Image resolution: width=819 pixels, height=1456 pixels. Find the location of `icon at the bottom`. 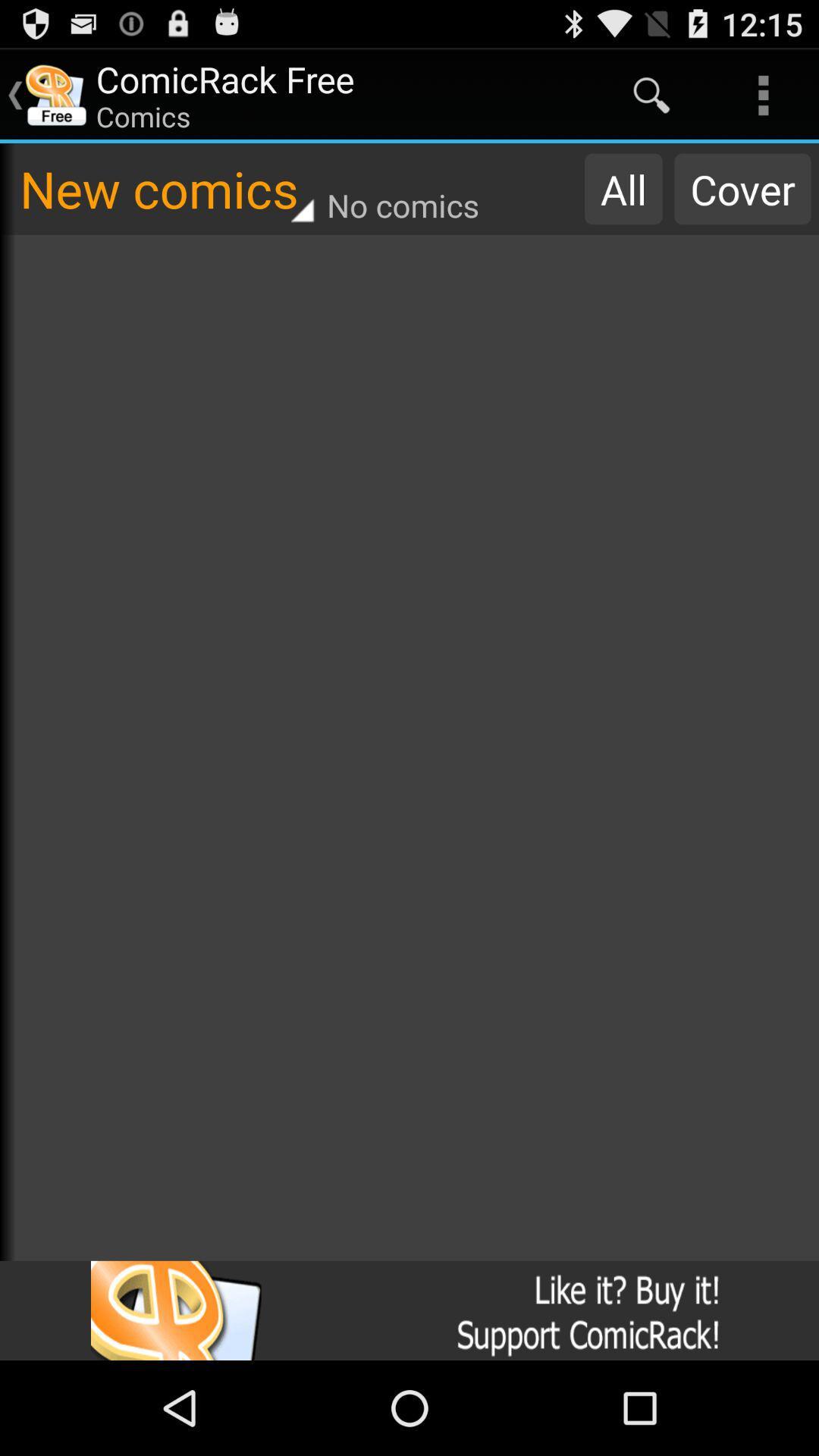

icon at the bottom is located at coordinates (409, 1310).